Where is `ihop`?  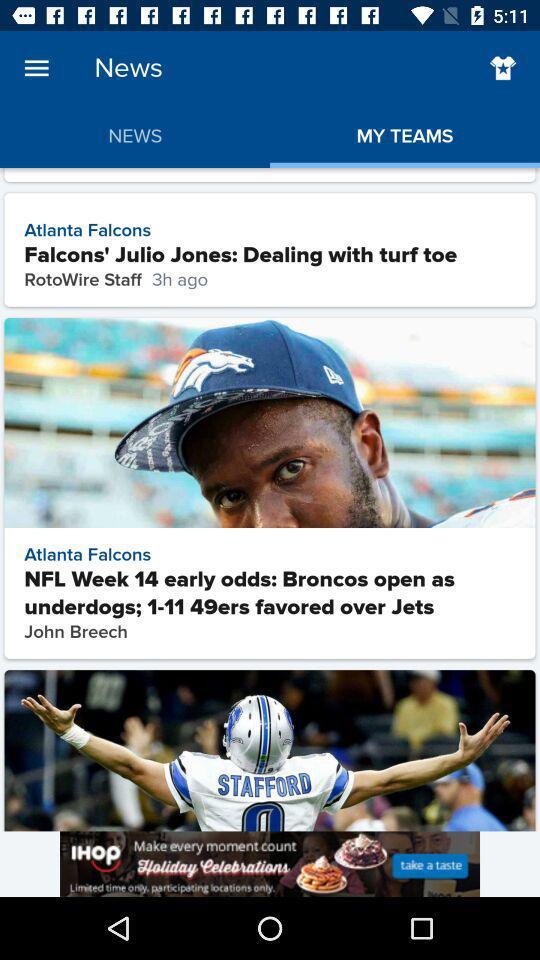
ihop is located at coordinates (270, 863).